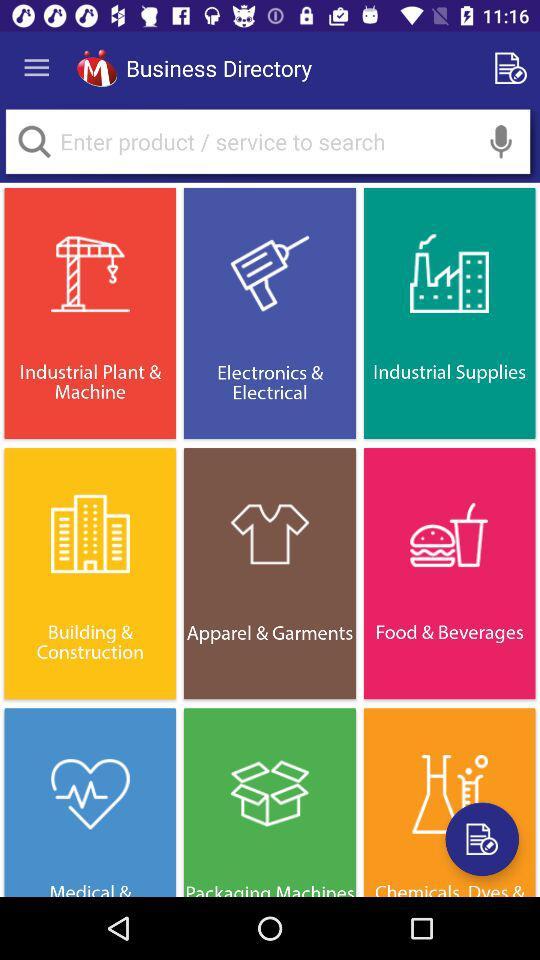  Describe the element at coordinates (267, 140) in the screenshot. I see `type product or service` at that location.